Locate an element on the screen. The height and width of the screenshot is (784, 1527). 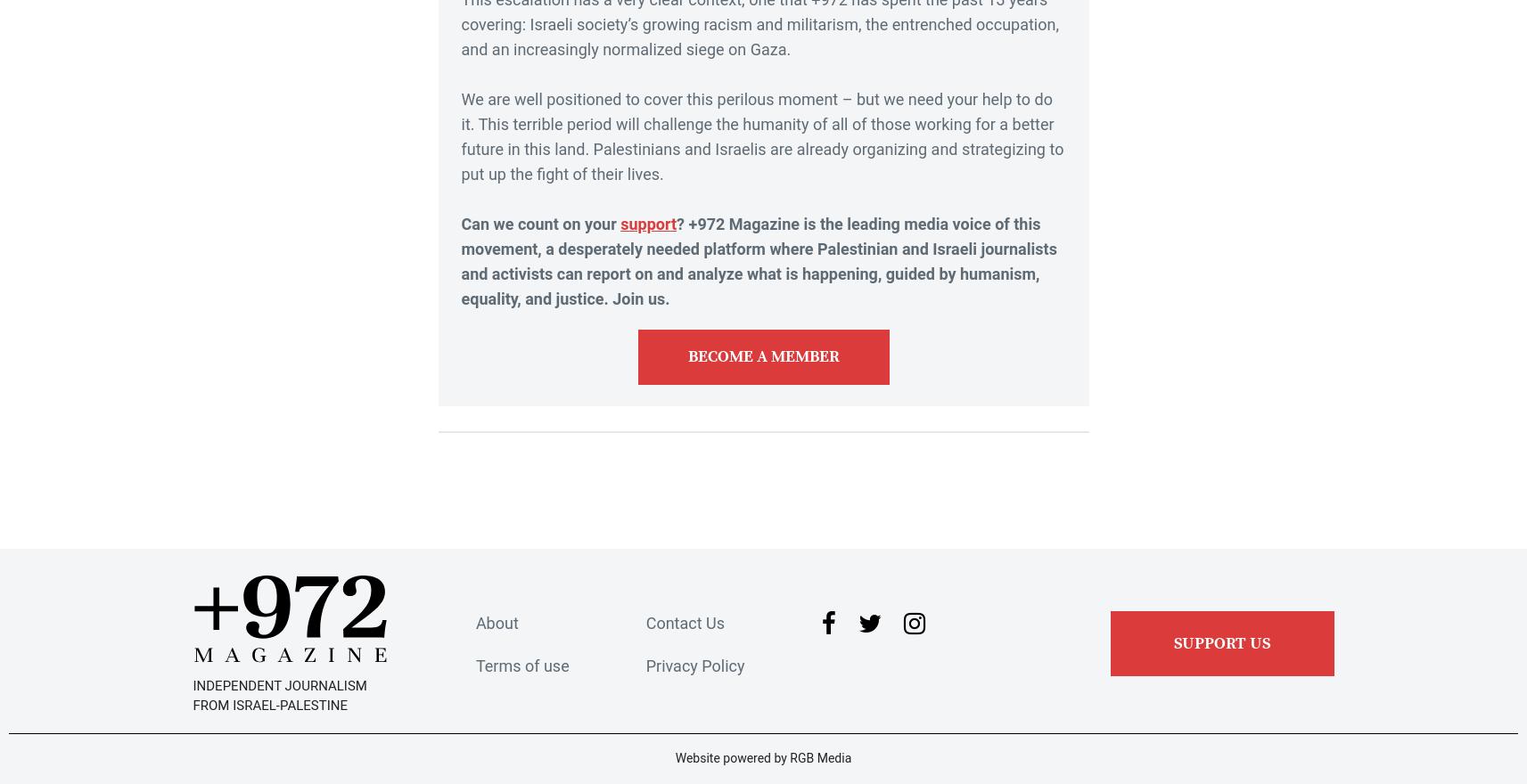
'Contact Us' is located at coordinates (684, 623).